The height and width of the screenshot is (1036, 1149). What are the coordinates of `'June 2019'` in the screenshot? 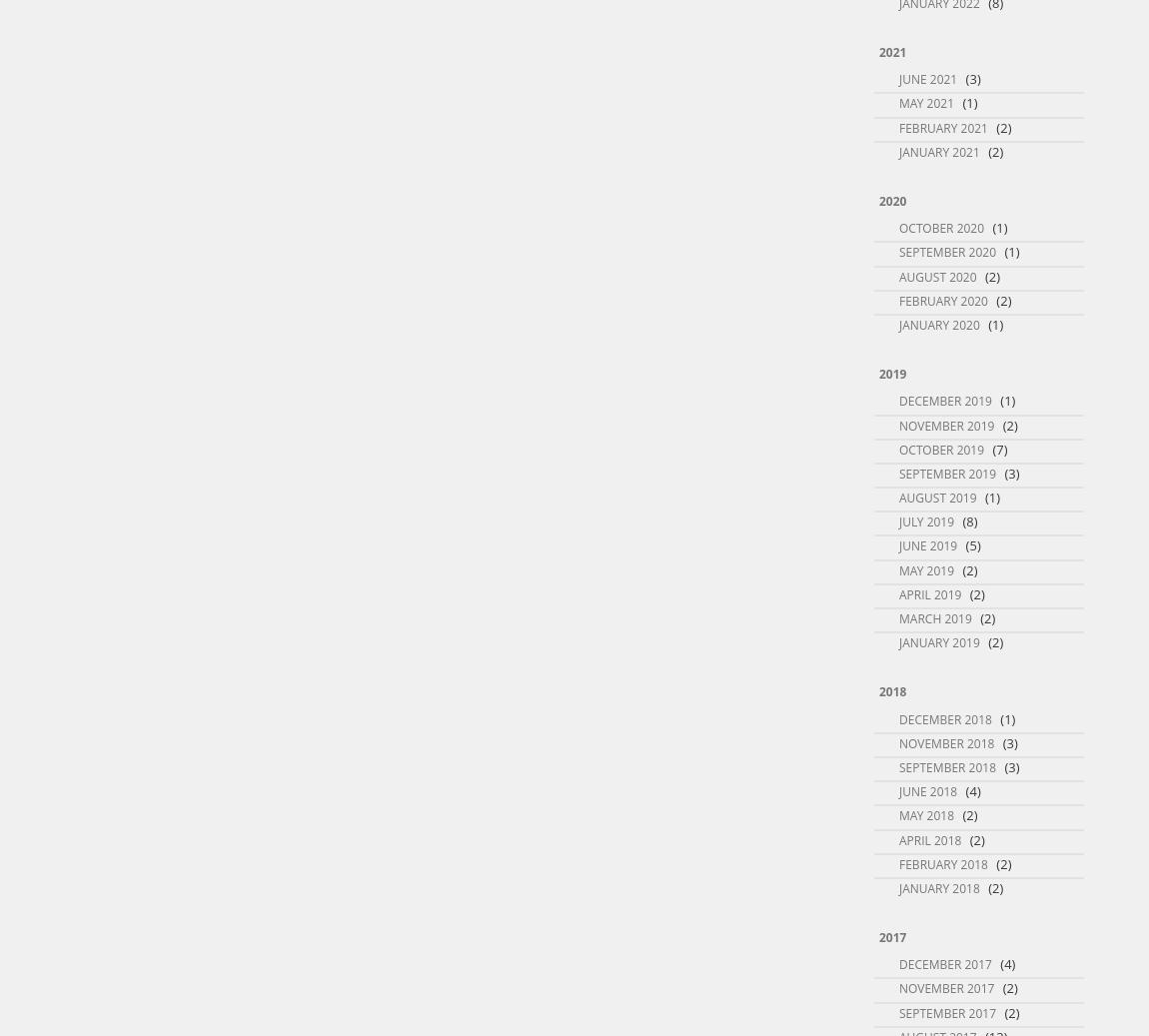 It's located at (927, 545).